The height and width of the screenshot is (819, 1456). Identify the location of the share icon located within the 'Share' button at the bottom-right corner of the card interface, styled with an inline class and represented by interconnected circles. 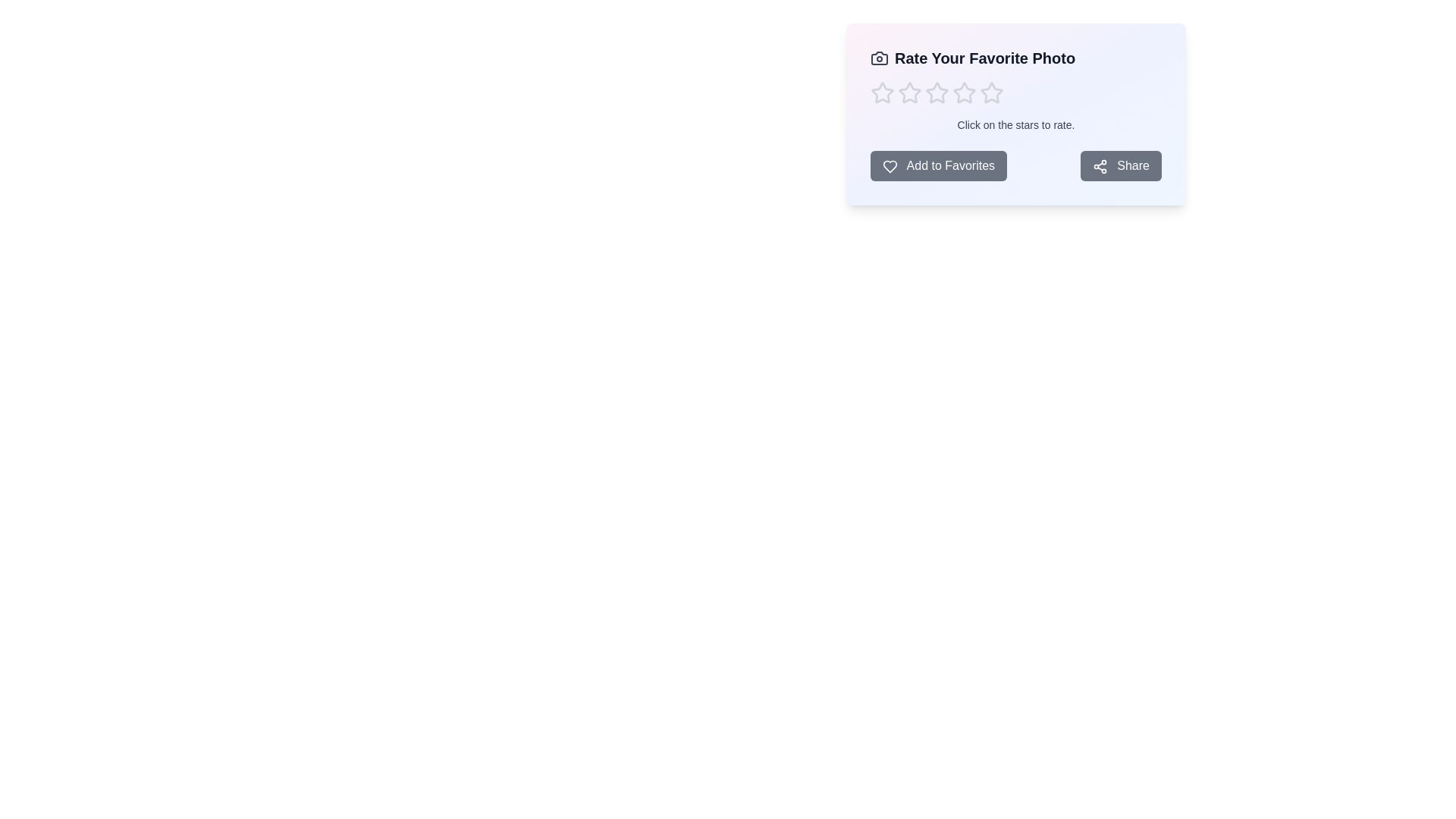
(1100, 166).